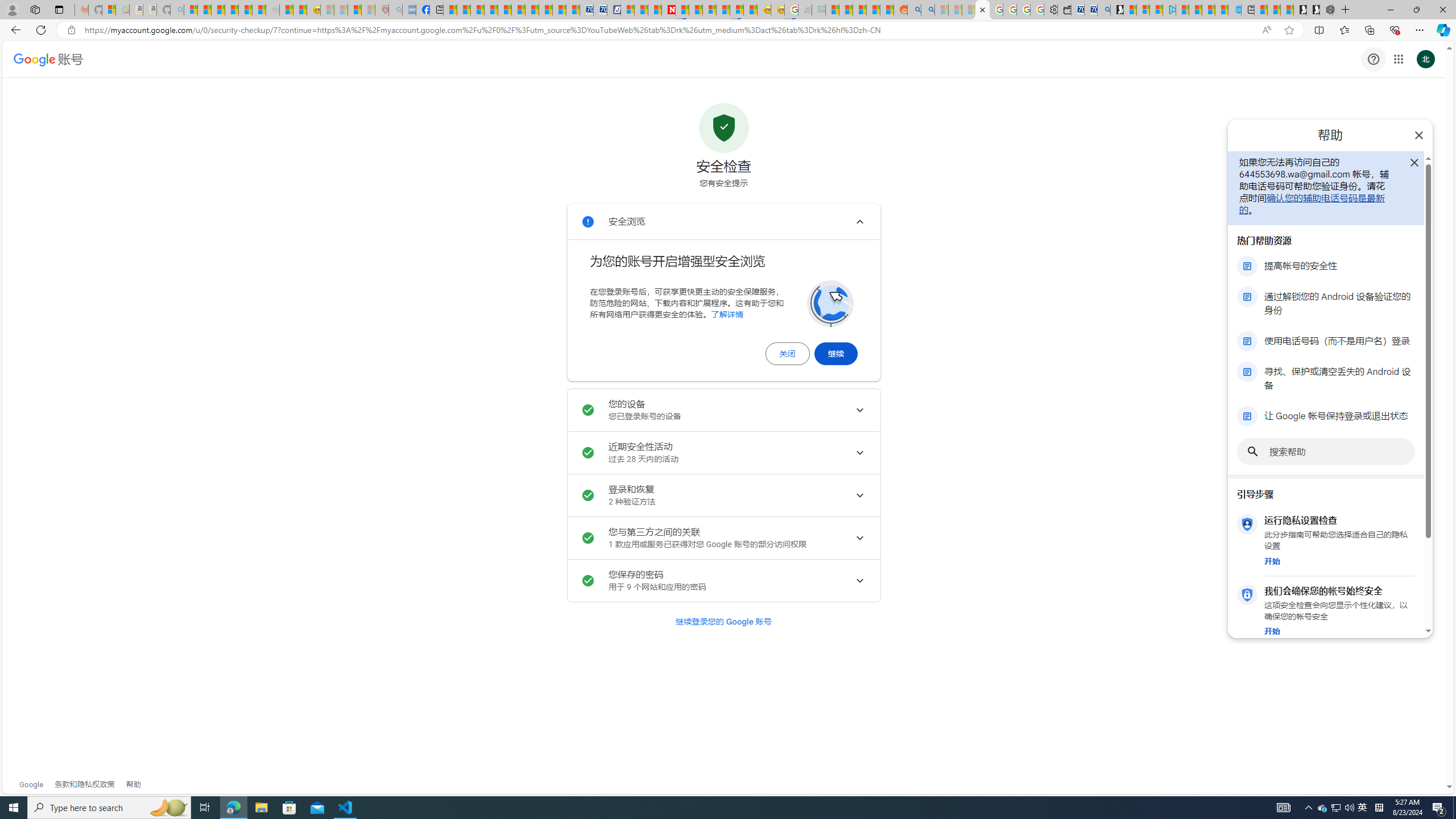 The height and width of the screenshot is (819, 1456). I want to click on '14 Common Myths Debunked By Scientific Facts', so click(695, 9).